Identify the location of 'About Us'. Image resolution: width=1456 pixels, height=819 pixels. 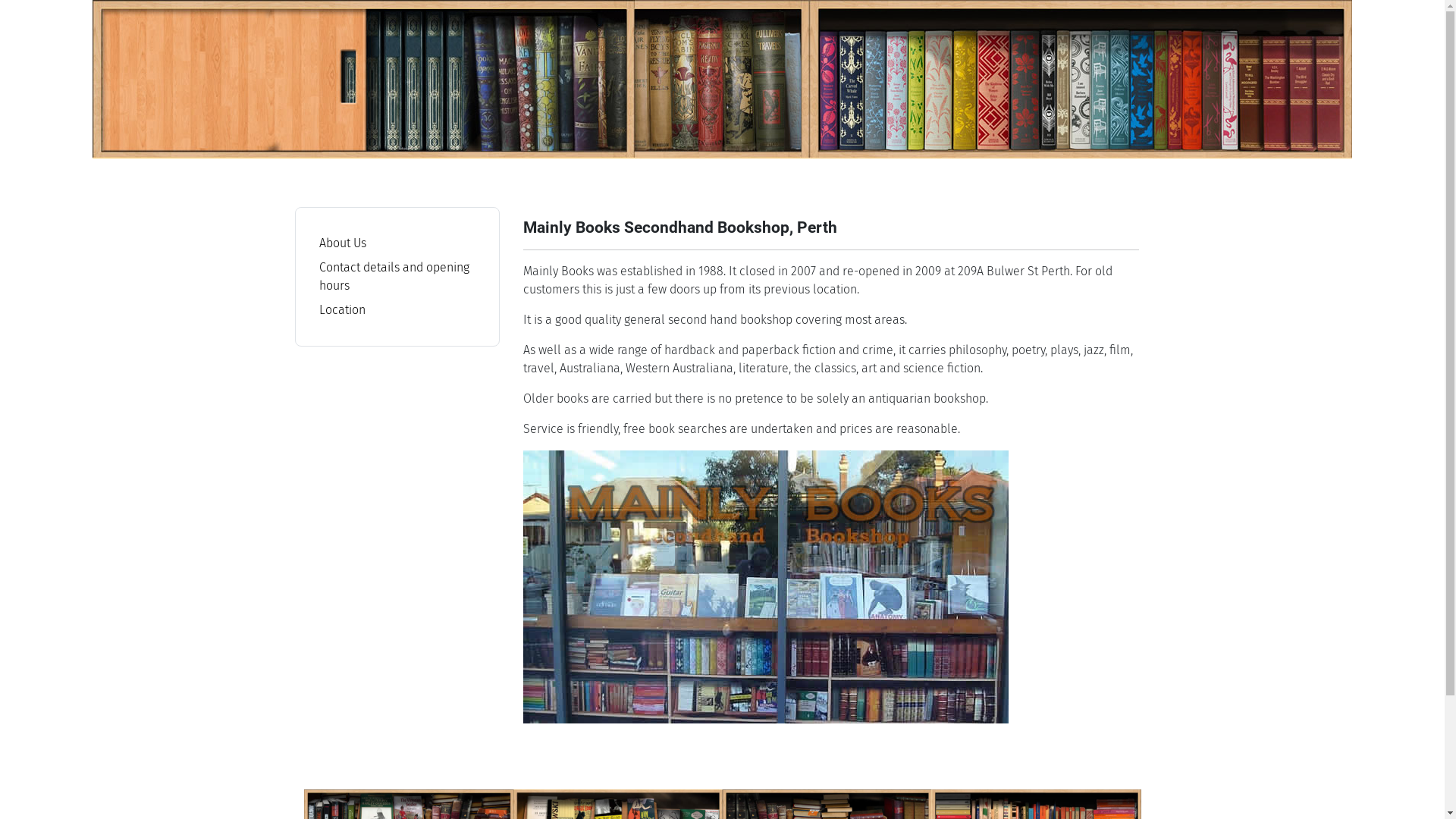
(318, 242).